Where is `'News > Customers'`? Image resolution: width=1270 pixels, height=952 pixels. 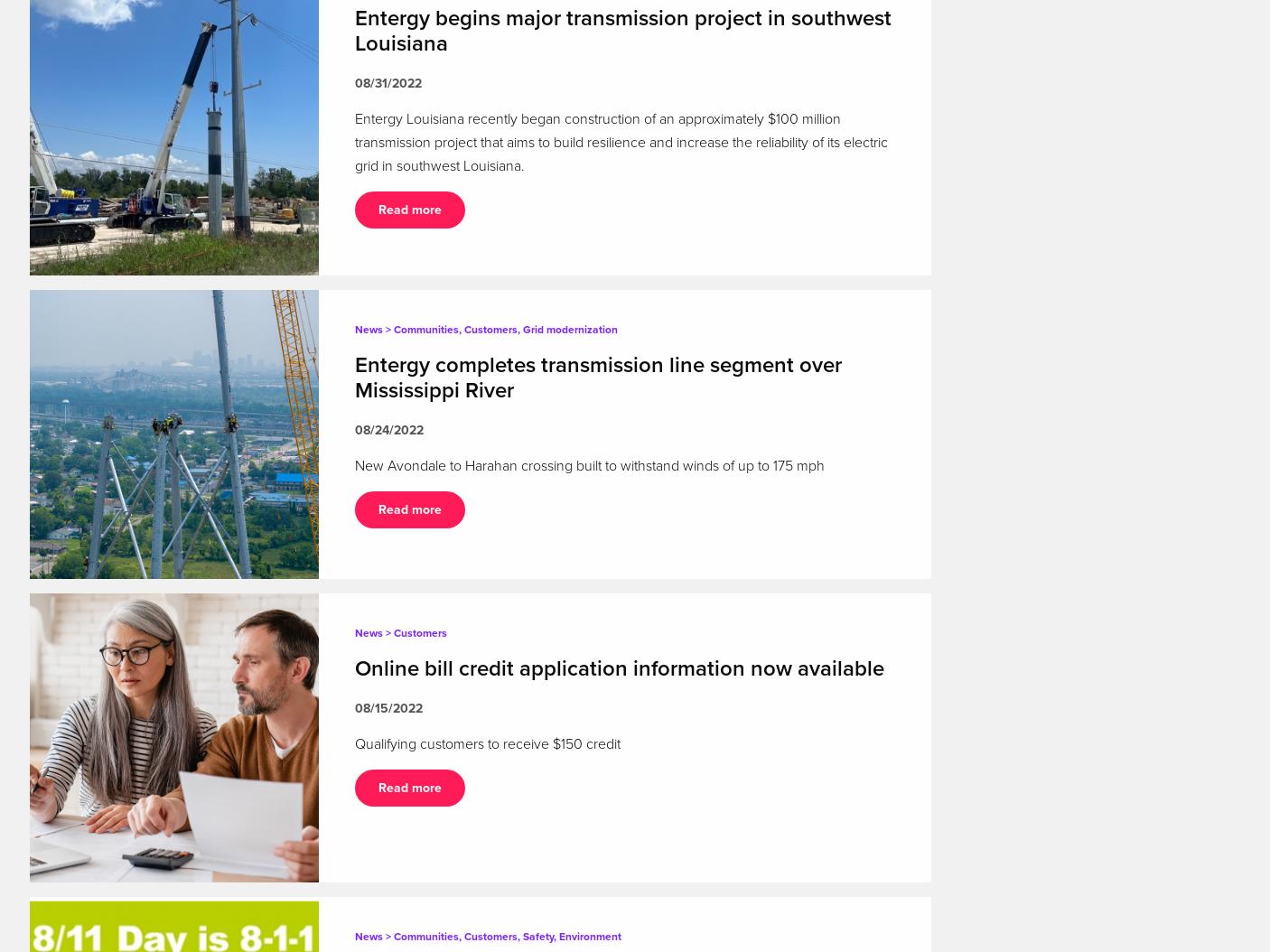
'News > Customers' is located at coordinates (401, 630).